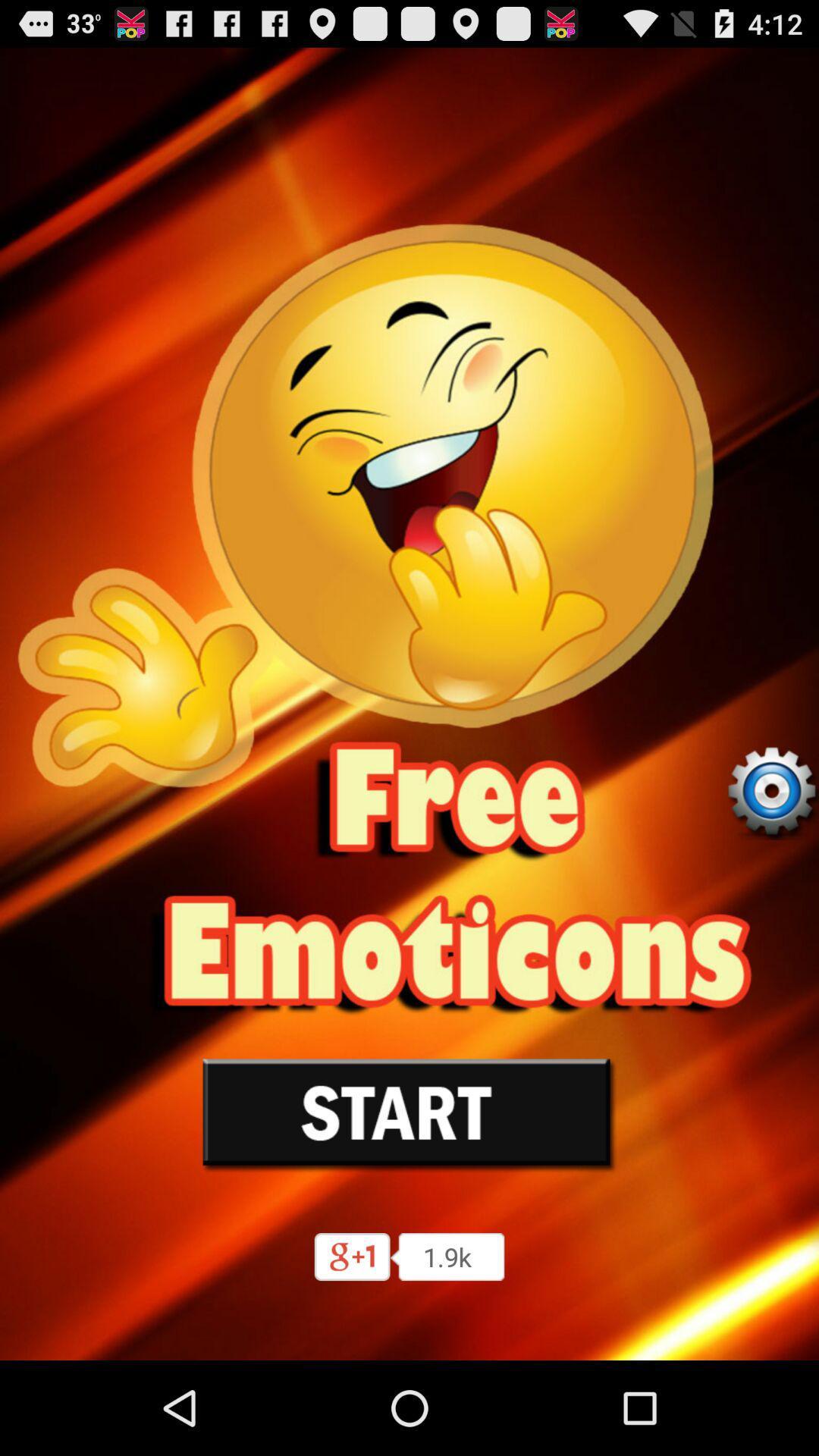 The width and height of the screenshot is (819, 1456). I want to click on displeiy, so click(771, 791).